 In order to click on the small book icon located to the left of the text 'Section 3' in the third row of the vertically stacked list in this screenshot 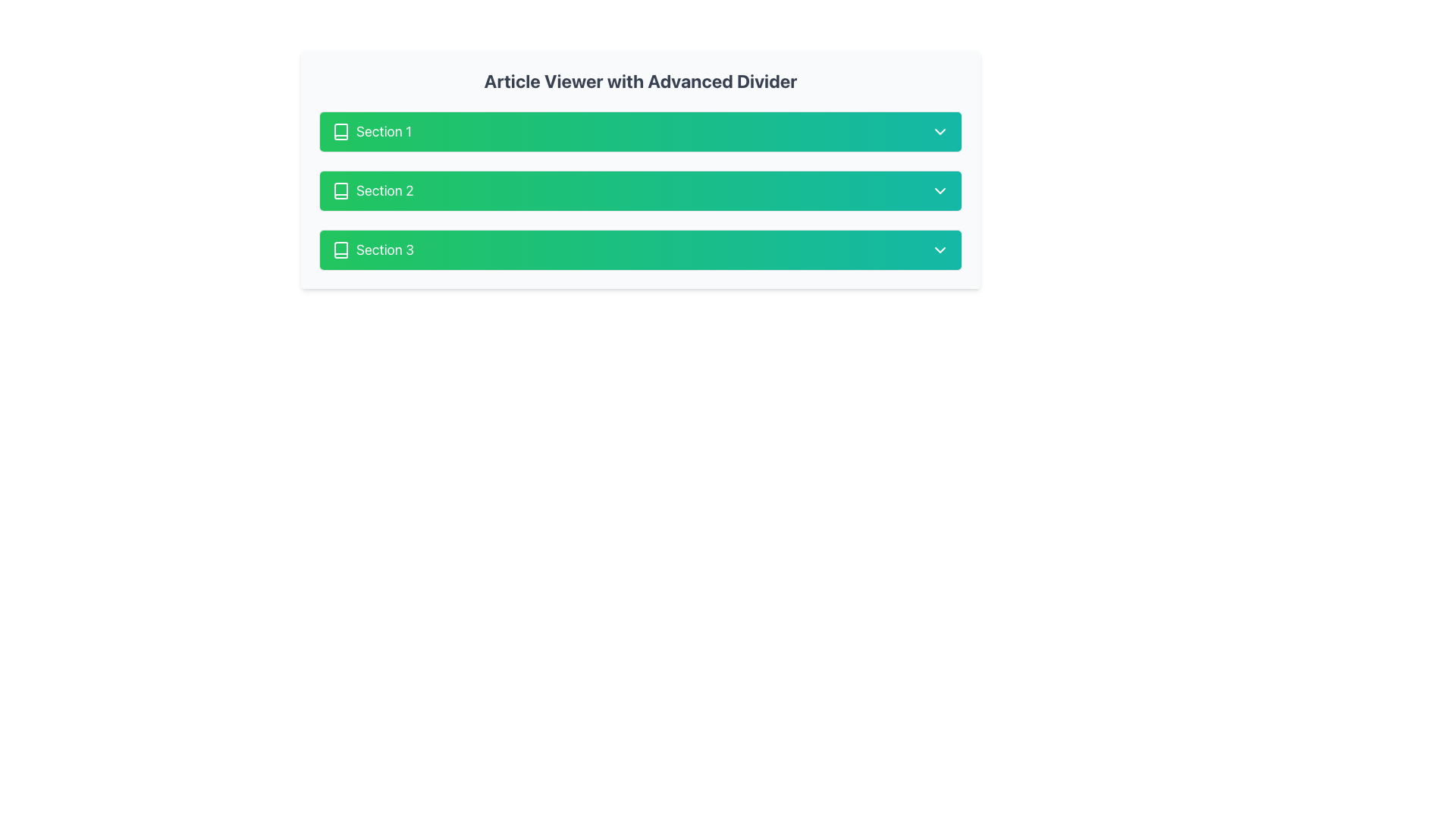, I will do `click(340, 249)`.